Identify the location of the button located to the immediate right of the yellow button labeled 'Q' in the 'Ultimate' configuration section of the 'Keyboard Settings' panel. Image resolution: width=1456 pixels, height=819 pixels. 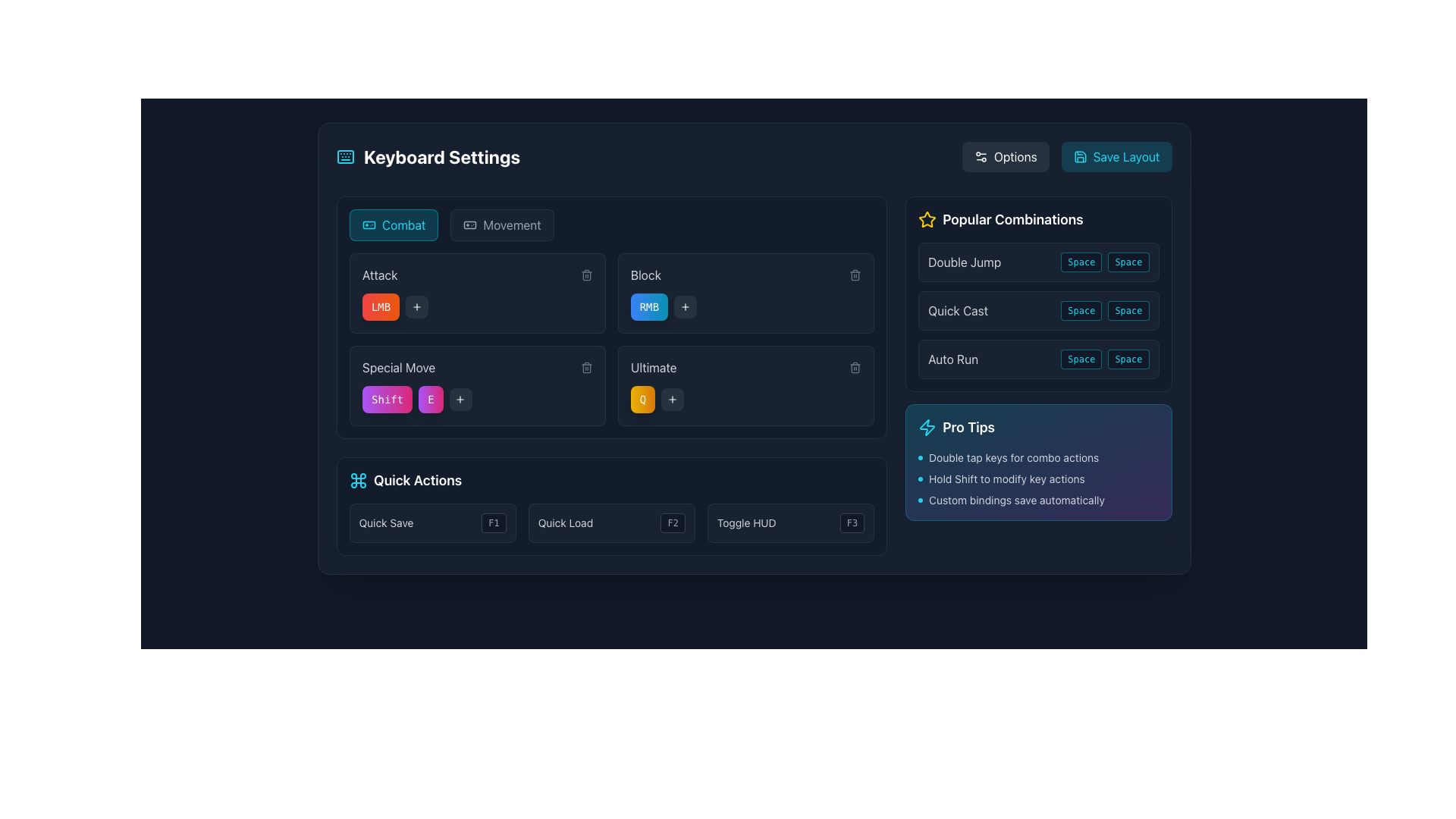
(672, 399).